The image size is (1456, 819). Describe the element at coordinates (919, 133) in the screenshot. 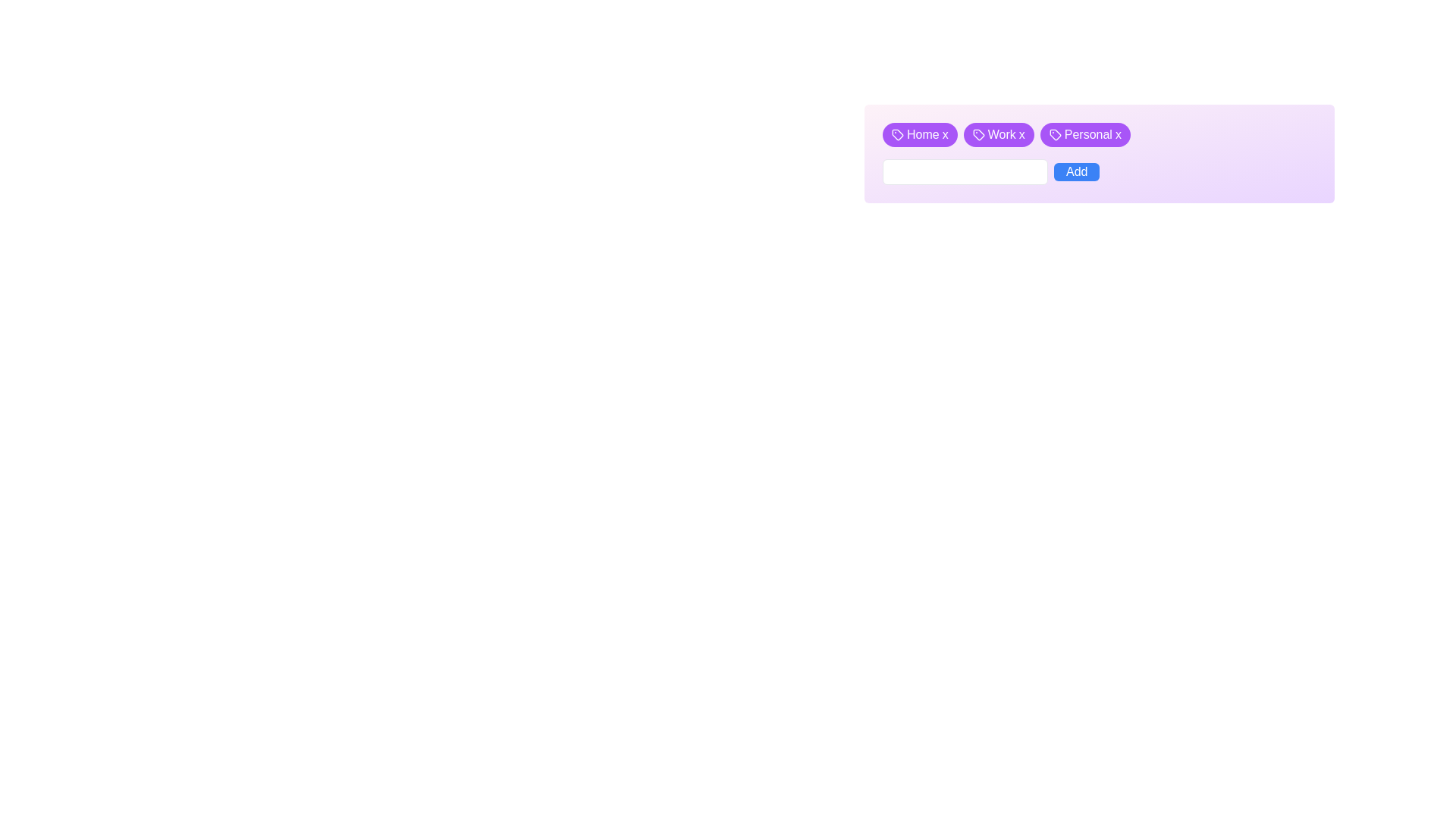

I see `the 'x' icon on the 'Home' tag` at that location.